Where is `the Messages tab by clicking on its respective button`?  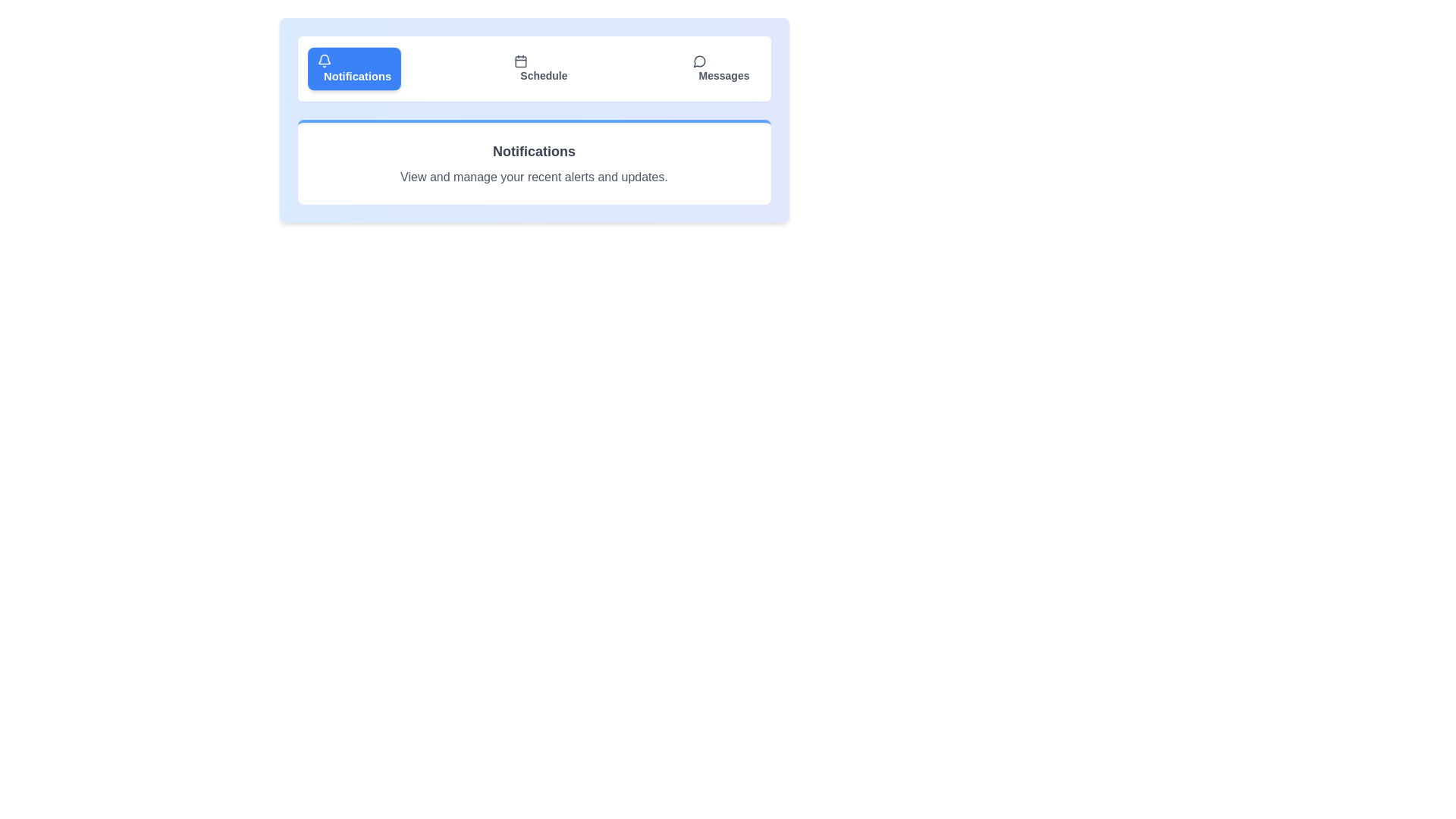
the Messages tab by clicking on its respective button is located at coordinates (720, 69).